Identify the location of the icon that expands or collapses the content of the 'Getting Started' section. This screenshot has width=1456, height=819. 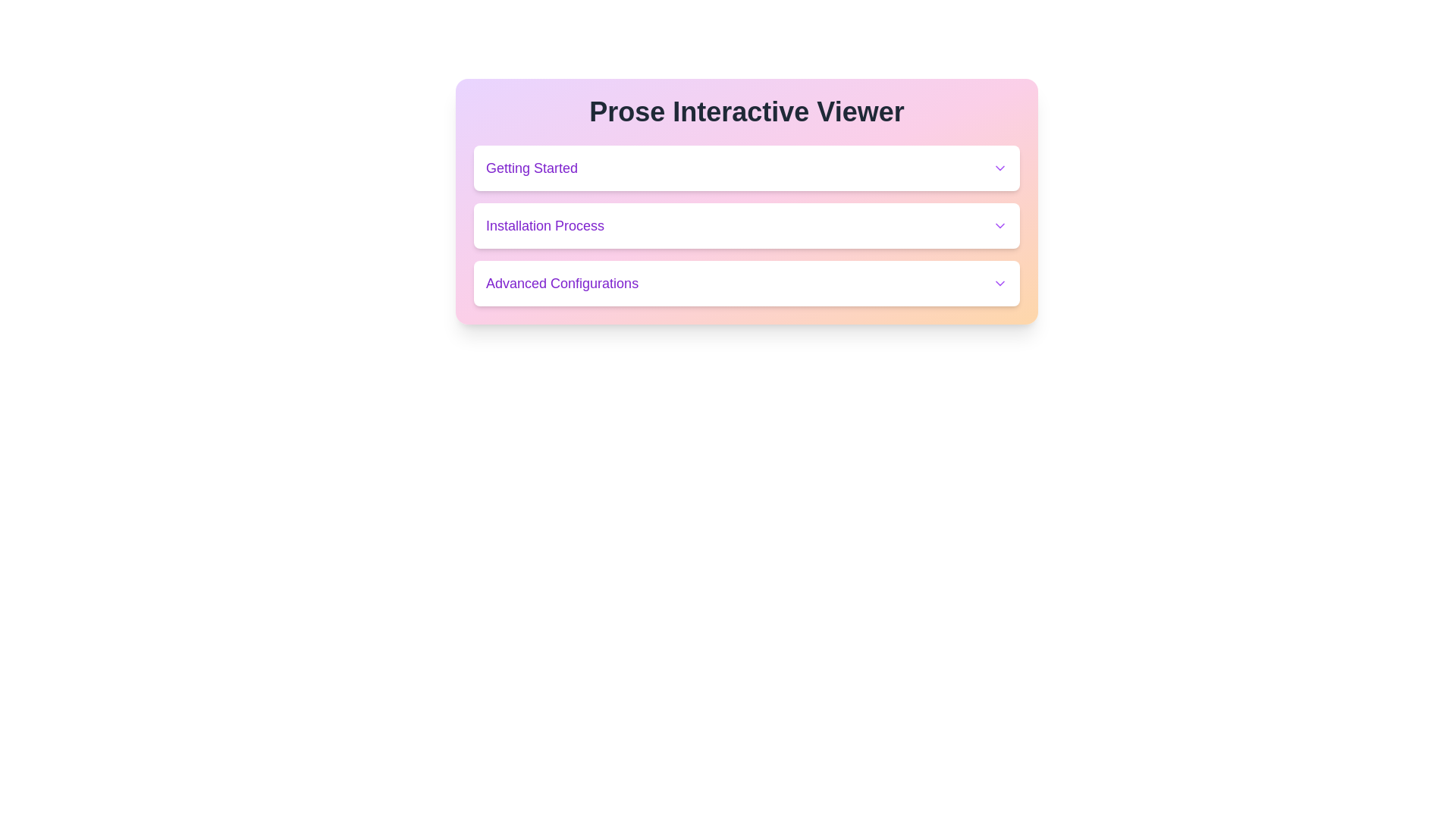
(1000, 168).